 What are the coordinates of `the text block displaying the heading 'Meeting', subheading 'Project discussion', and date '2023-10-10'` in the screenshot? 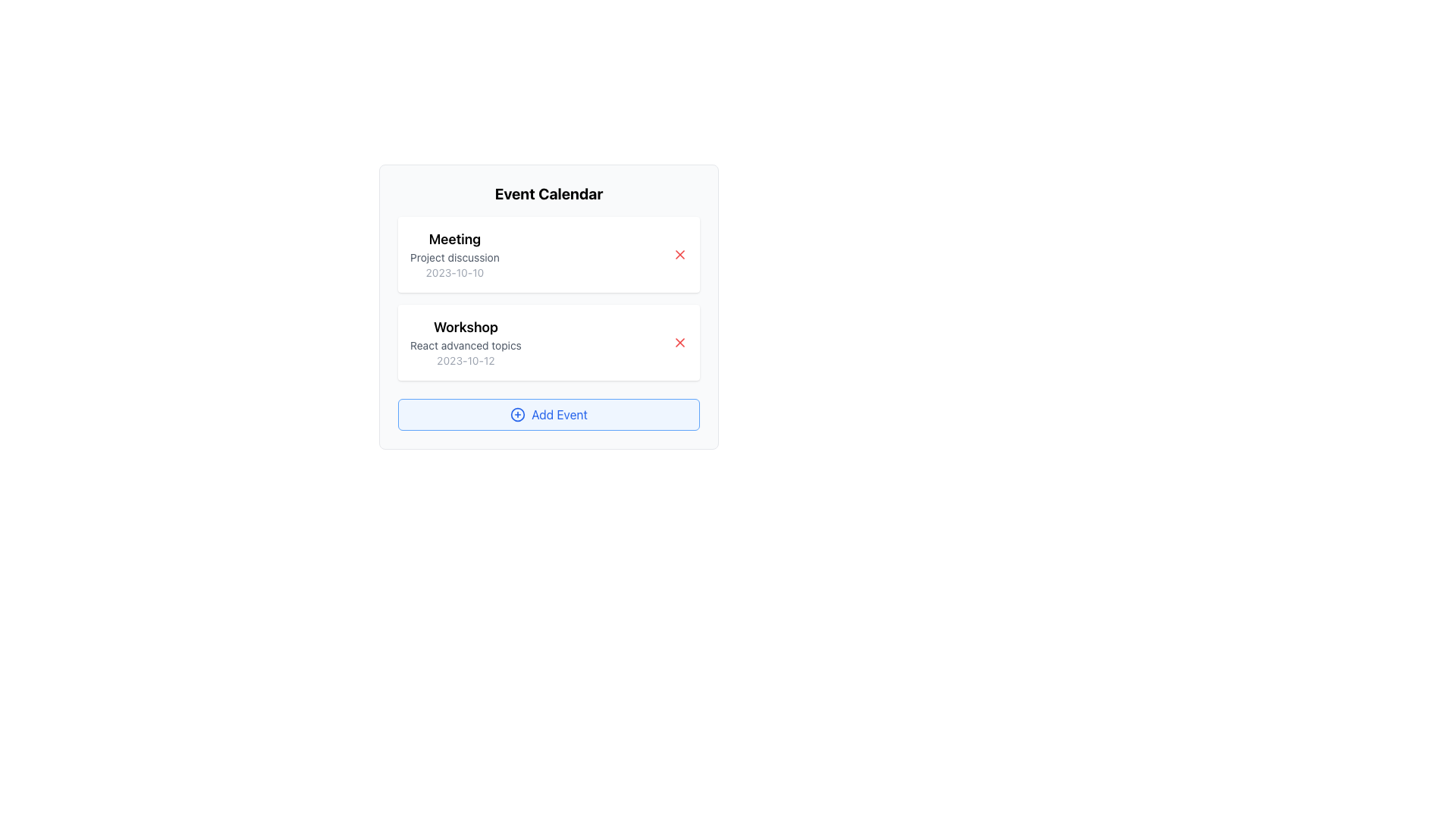 It's located at (454, 253).